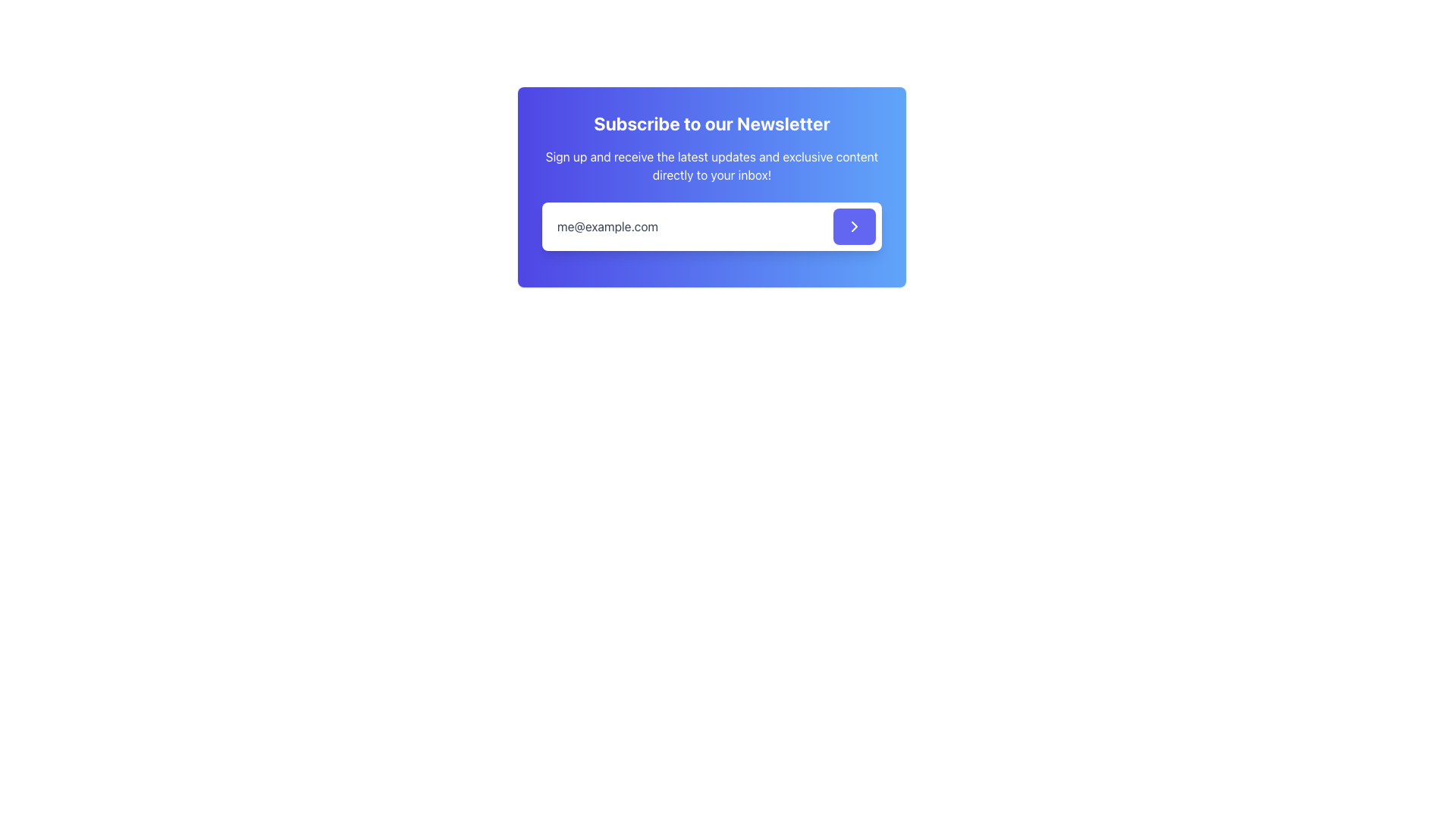 Image resolution: width=1456 pixels, height=819 pixels. I want to click on the descriptive subtitle text block that provides information about the form's purpose, which is centrally aligned and positioned between the 'Subscribe to our Newsletter' text and an input field, so click(711, 166).